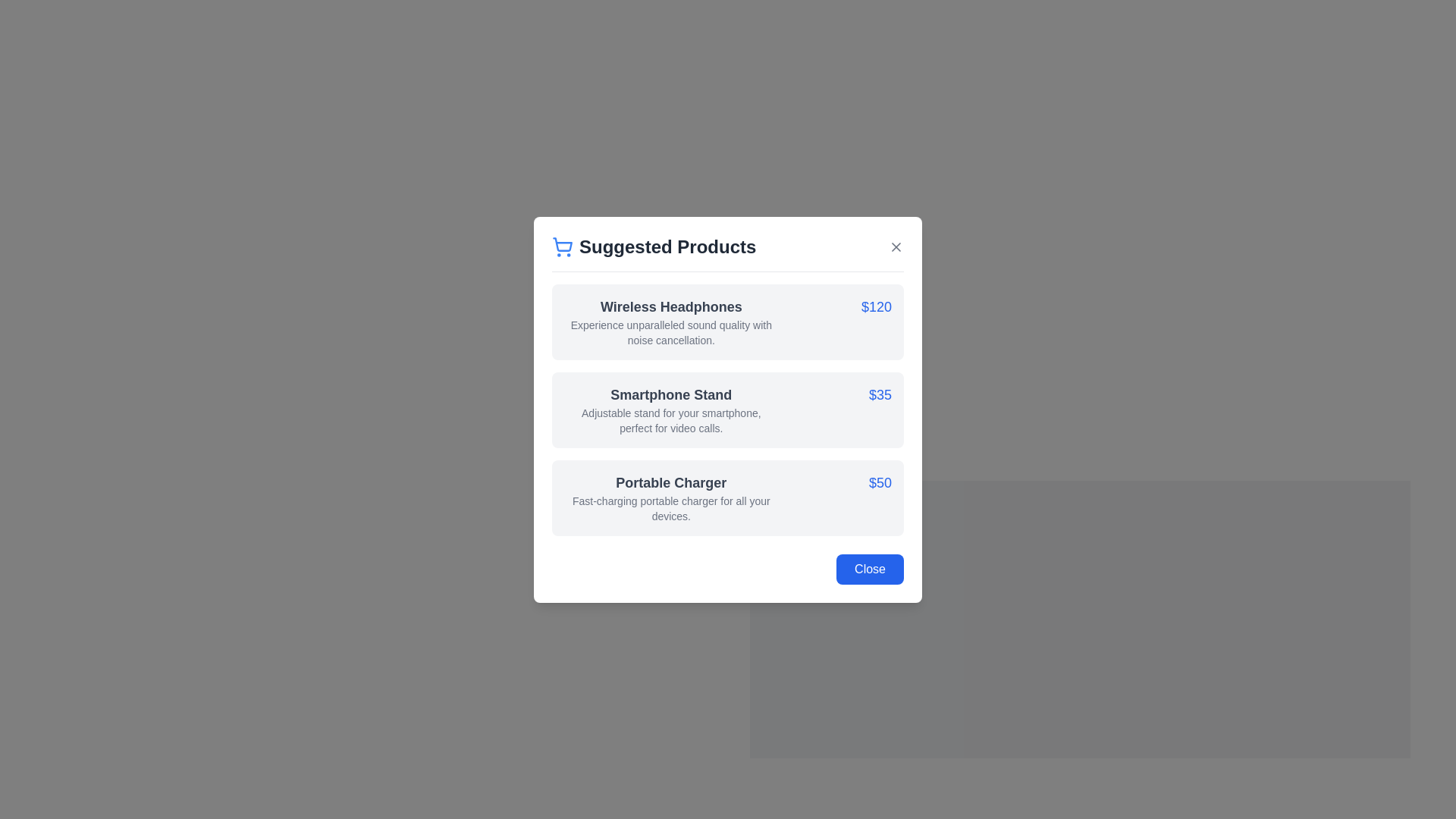  Describe the element at coordinates (670, 497) in the screenshot. I see `text of the informational item labeled 'Portable Charger' which includes the bold title and the description below it` at that location.